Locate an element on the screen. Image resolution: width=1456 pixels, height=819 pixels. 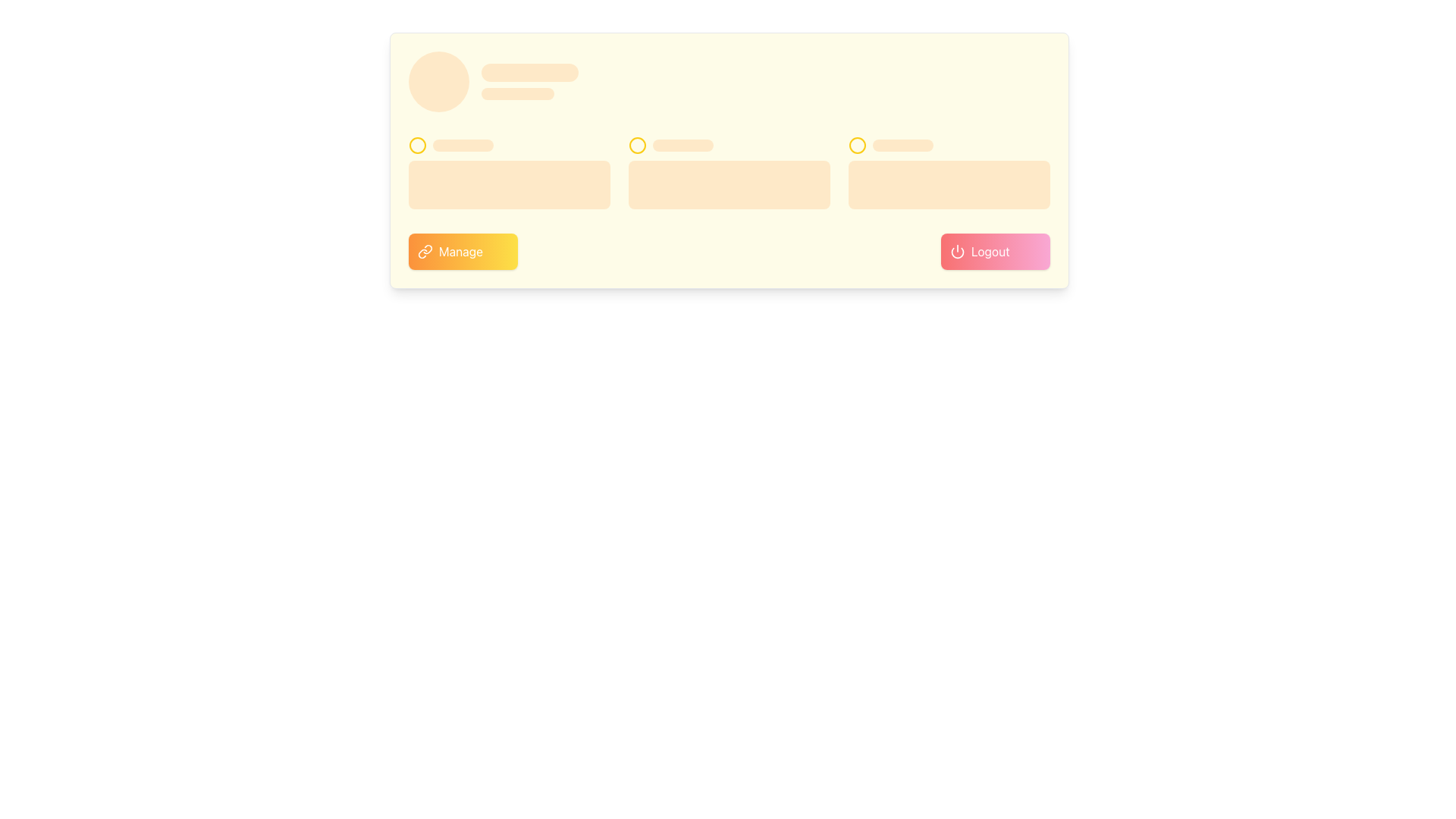
the Placeholder bar, which is a horizontally elongated bar with a soft orange background and rounded edges, styled with a pulsing animation, located centrally within a yellow-themed interface is located at coordinates (682, 146).